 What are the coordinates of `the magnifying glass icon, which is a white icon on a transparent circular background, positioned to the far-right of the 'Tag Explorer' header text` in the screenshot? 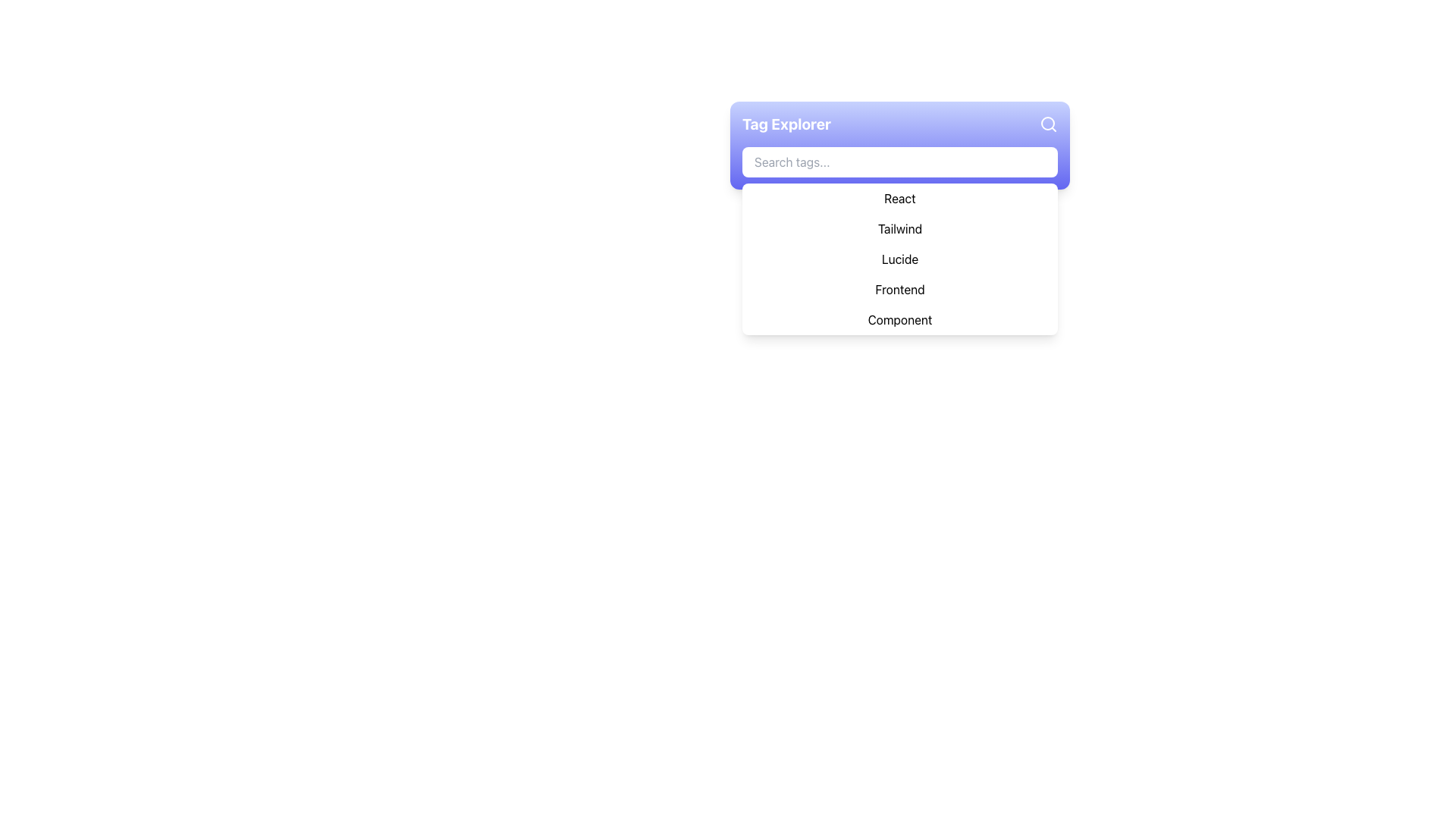 It's located at (1047, 124).